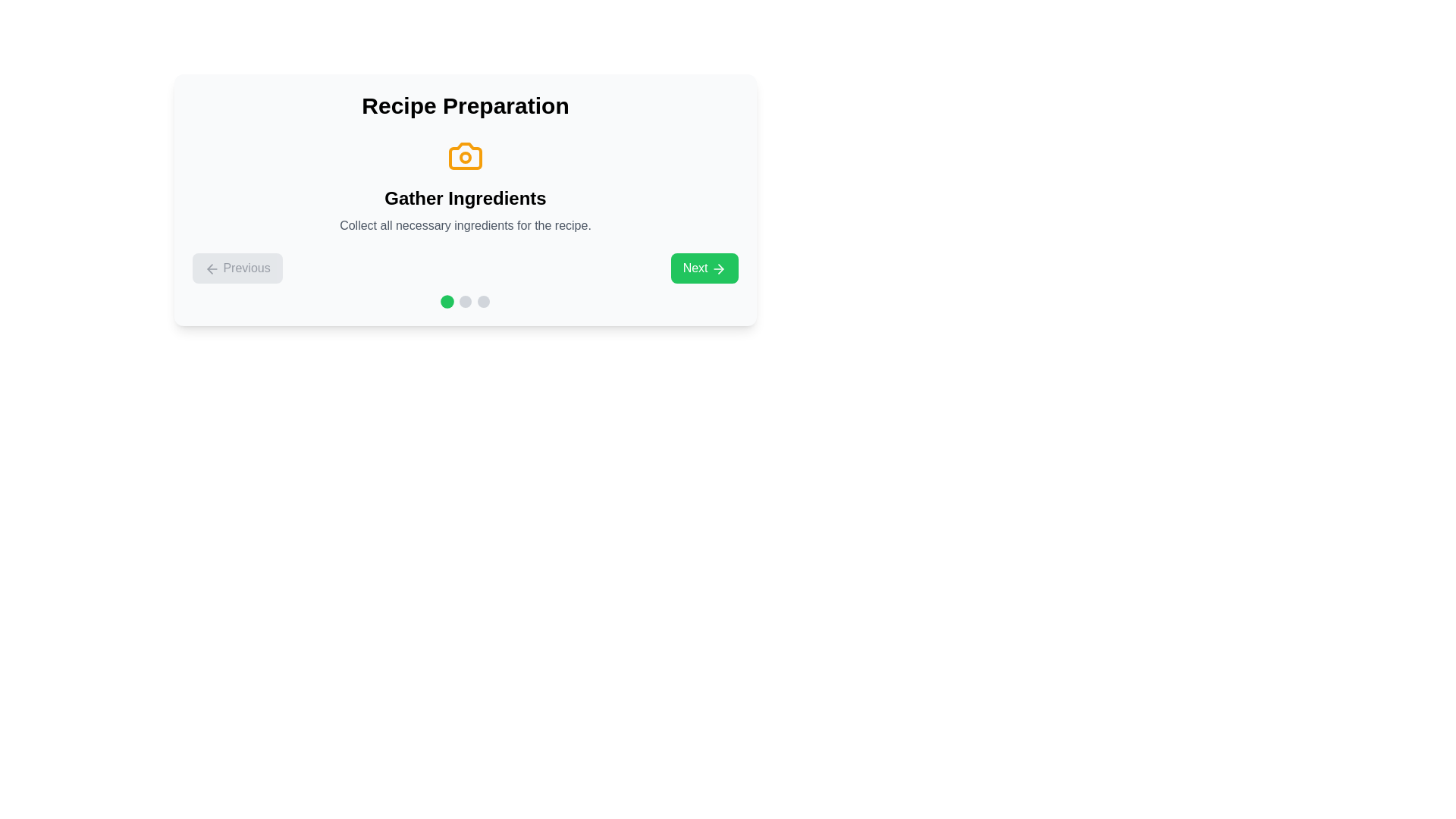 The height and width of the screenshot is (819, 1456). What do you see at coordinates (465, 301) in the screenshot?
I see `the unselected circular page indicator with a gray background, which is the second in a series of three indicators at the bottom center of the page` at bounding box center [465, 301].